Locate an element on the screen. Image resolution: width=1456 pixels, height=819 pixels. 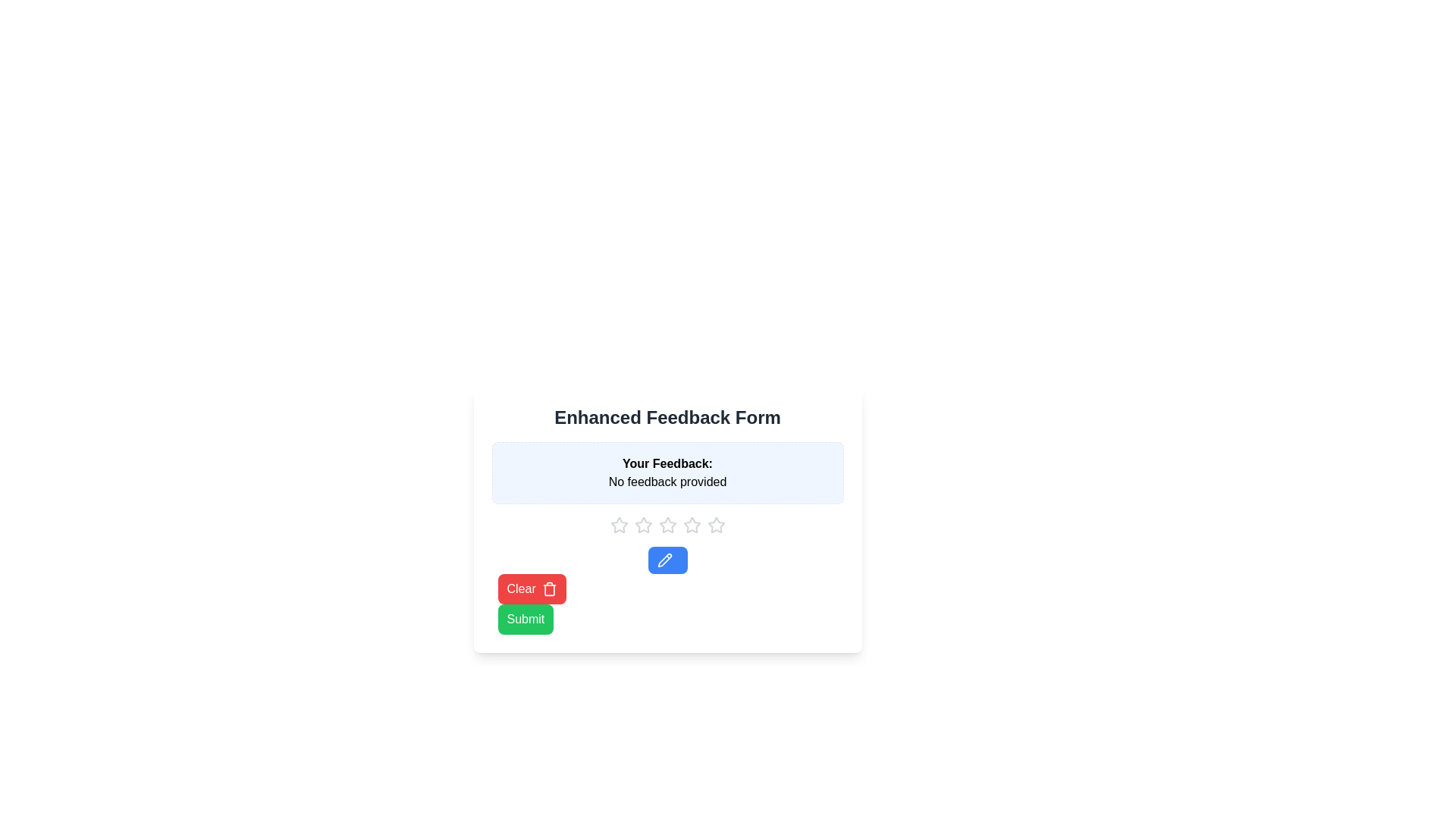
the first star icon in the 5-star rating system is located at coordinates (619, 525).